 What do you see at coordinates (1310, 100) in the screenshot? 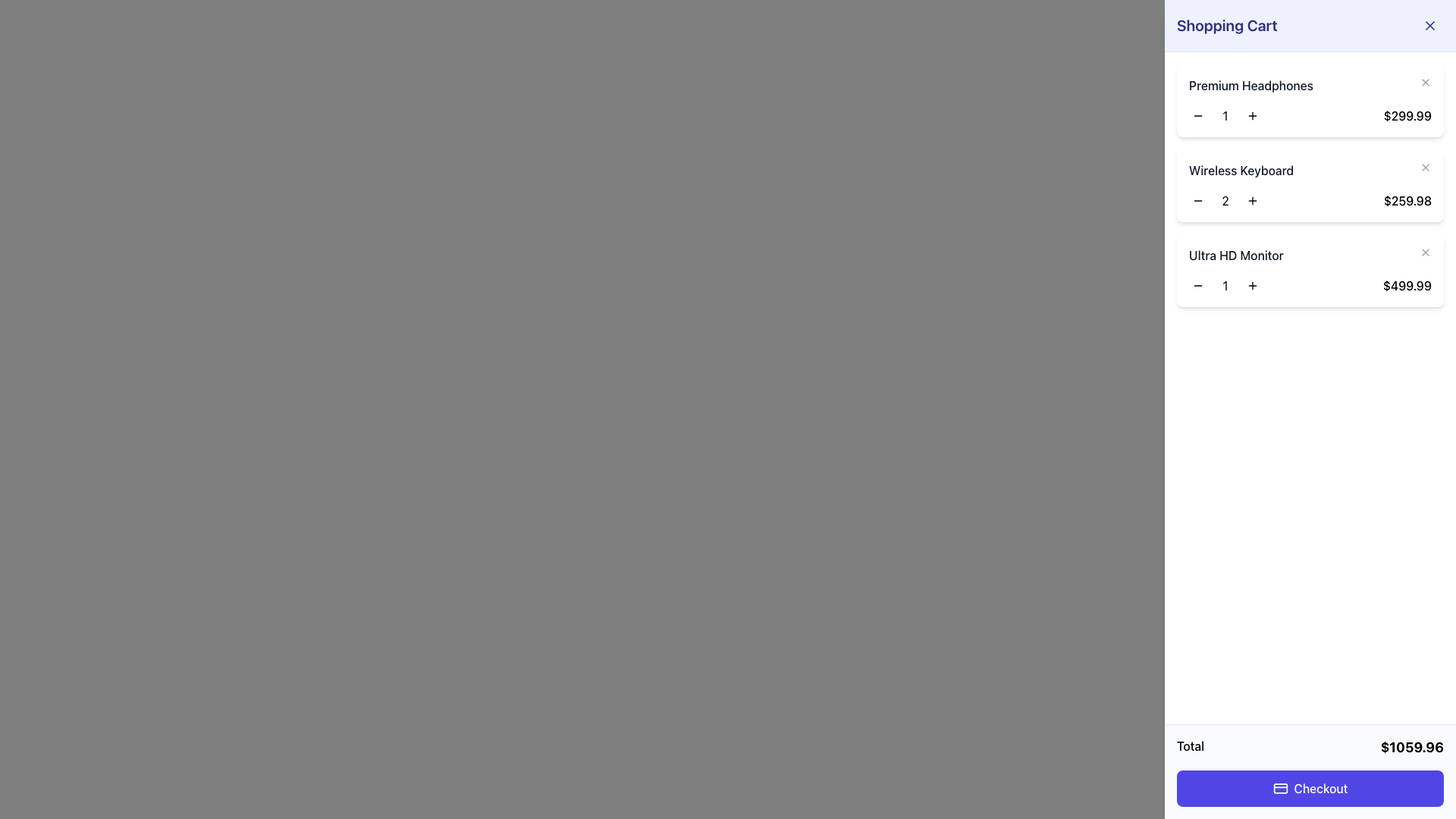
I see `the plus button on the 'Premium Headphones' product item card in the shopping cart to increase the quantity` at bounding box center [1310, 100].